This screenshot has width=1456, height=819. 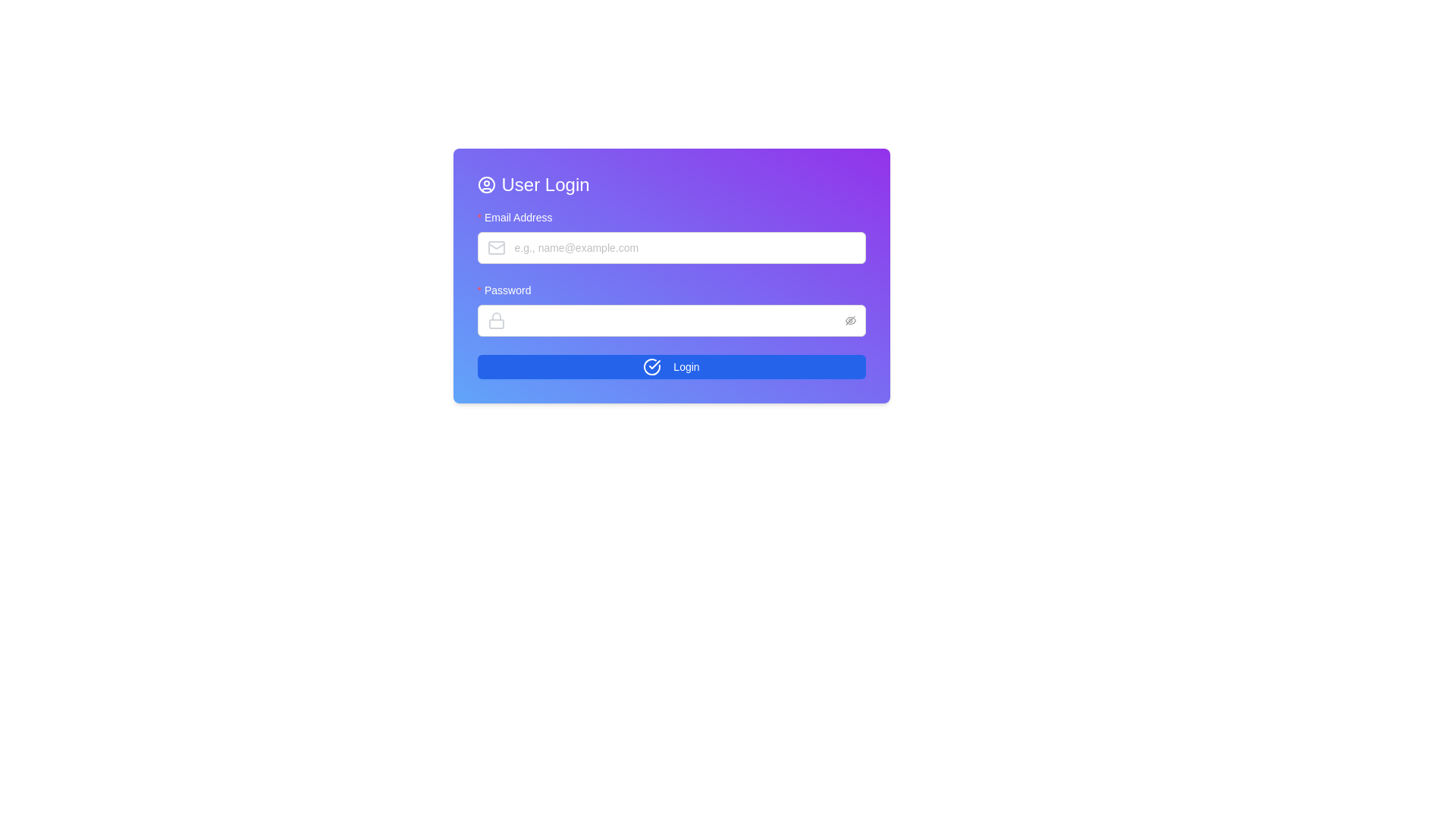 I want to click on the 'eye with a slash' icon next to the password input field, so click(x=850, y=319).